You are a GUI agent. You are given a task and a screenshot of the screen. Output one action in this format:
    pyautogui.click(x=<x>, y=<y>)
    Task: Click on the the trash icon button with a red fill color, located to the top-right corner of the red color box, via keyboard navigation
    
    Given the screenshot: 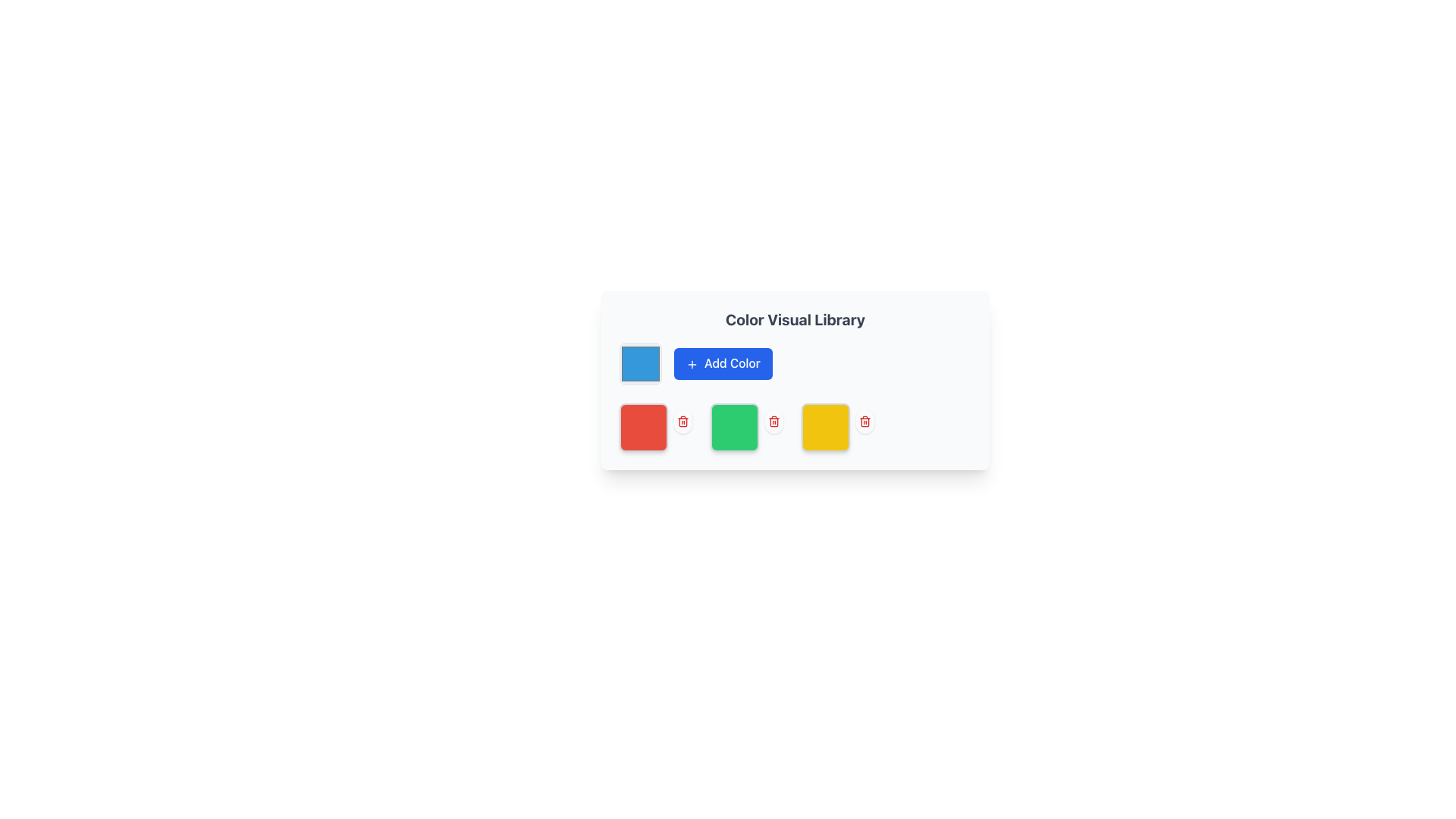 What is the action you would take?
    pyautogui.click(x=682, y=421)
    